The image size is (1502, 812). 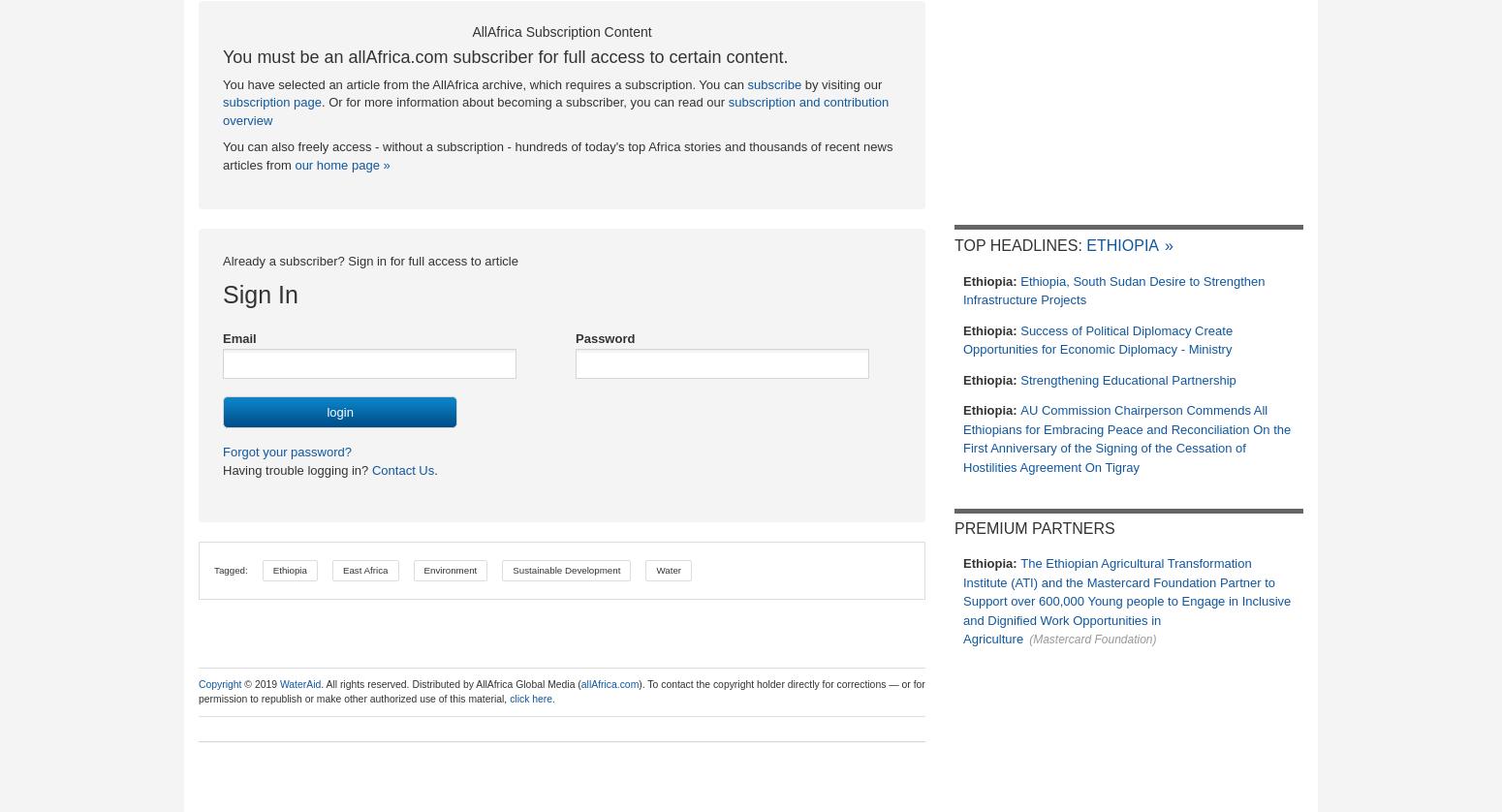 What do you see at coordinates (962, 601) in the screenshot?
I see `'The Ethiopian Agricultural Transformation Institute (ATI) and the Mastercard Foundation Partner to Support over 600,000 Young people to Engage in Inclusive and Dignified Work Opportunities in Agriculture'` at bounding box center [962, 601].